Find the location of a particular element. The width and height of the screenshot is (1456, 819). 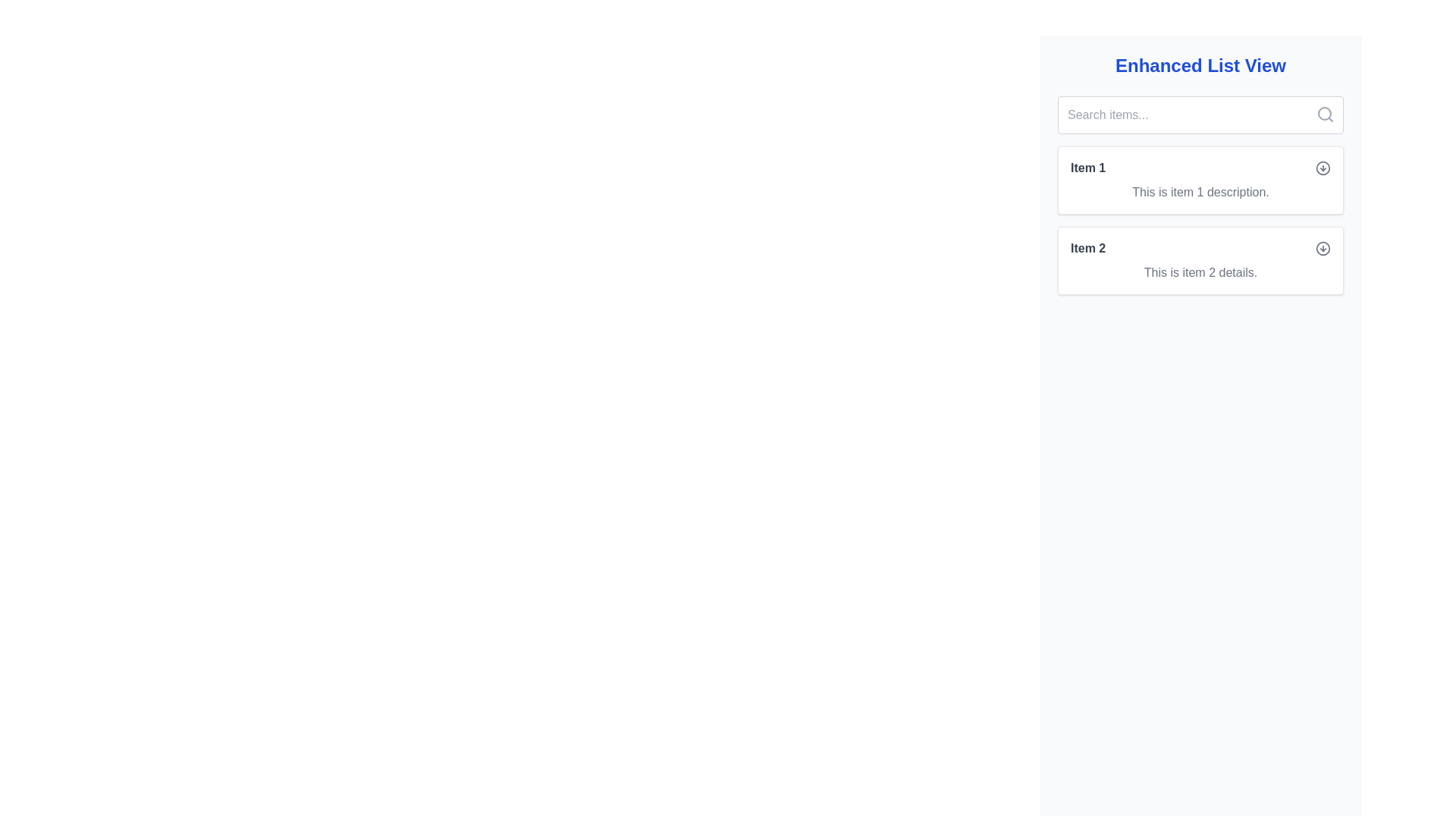

the static text label that reads 'This is item 1 description.' located below the title 'Item 1' within its card is located at coordinates (1200, 192).